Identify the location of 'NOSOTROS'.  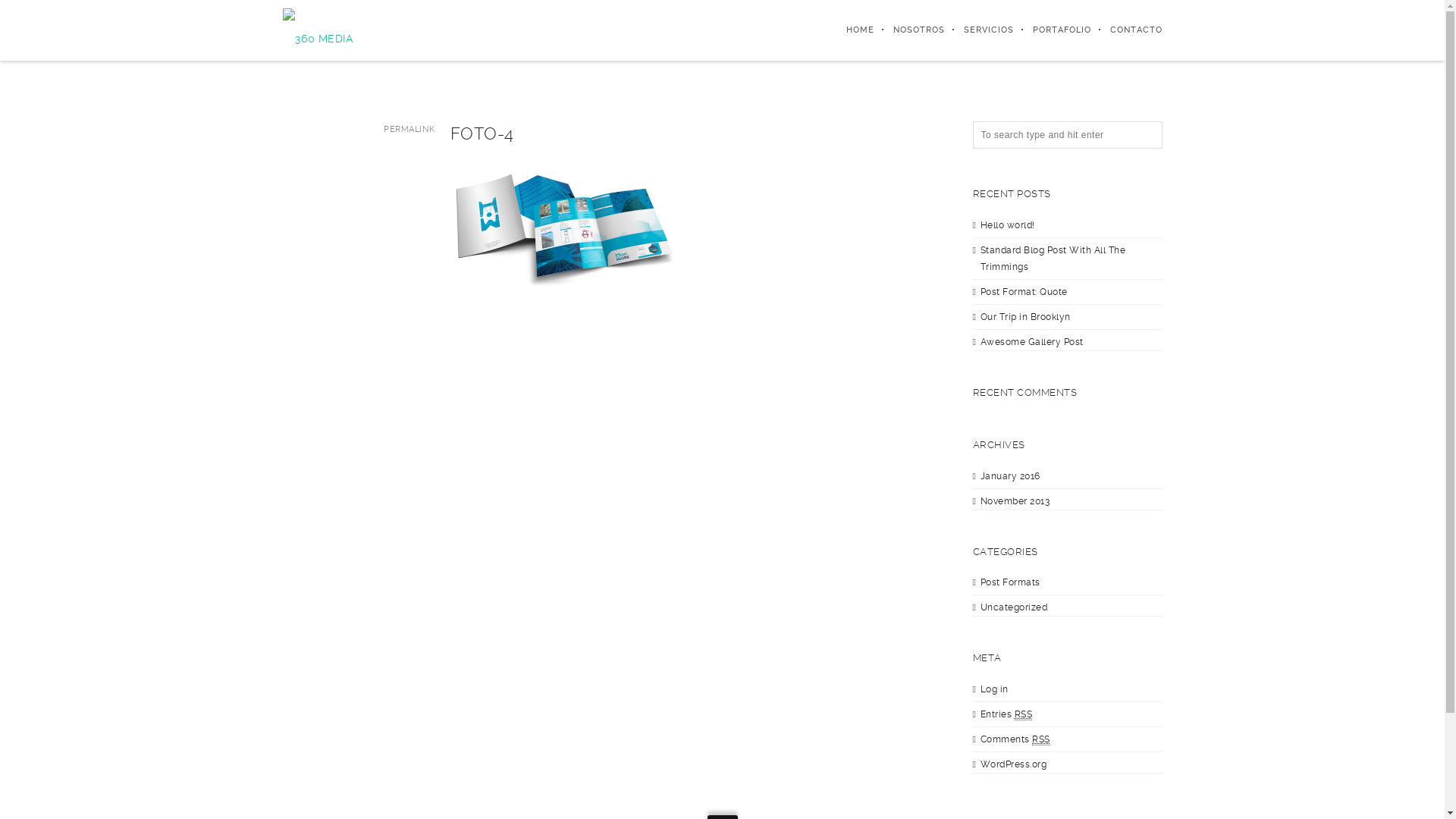
(908, 30).